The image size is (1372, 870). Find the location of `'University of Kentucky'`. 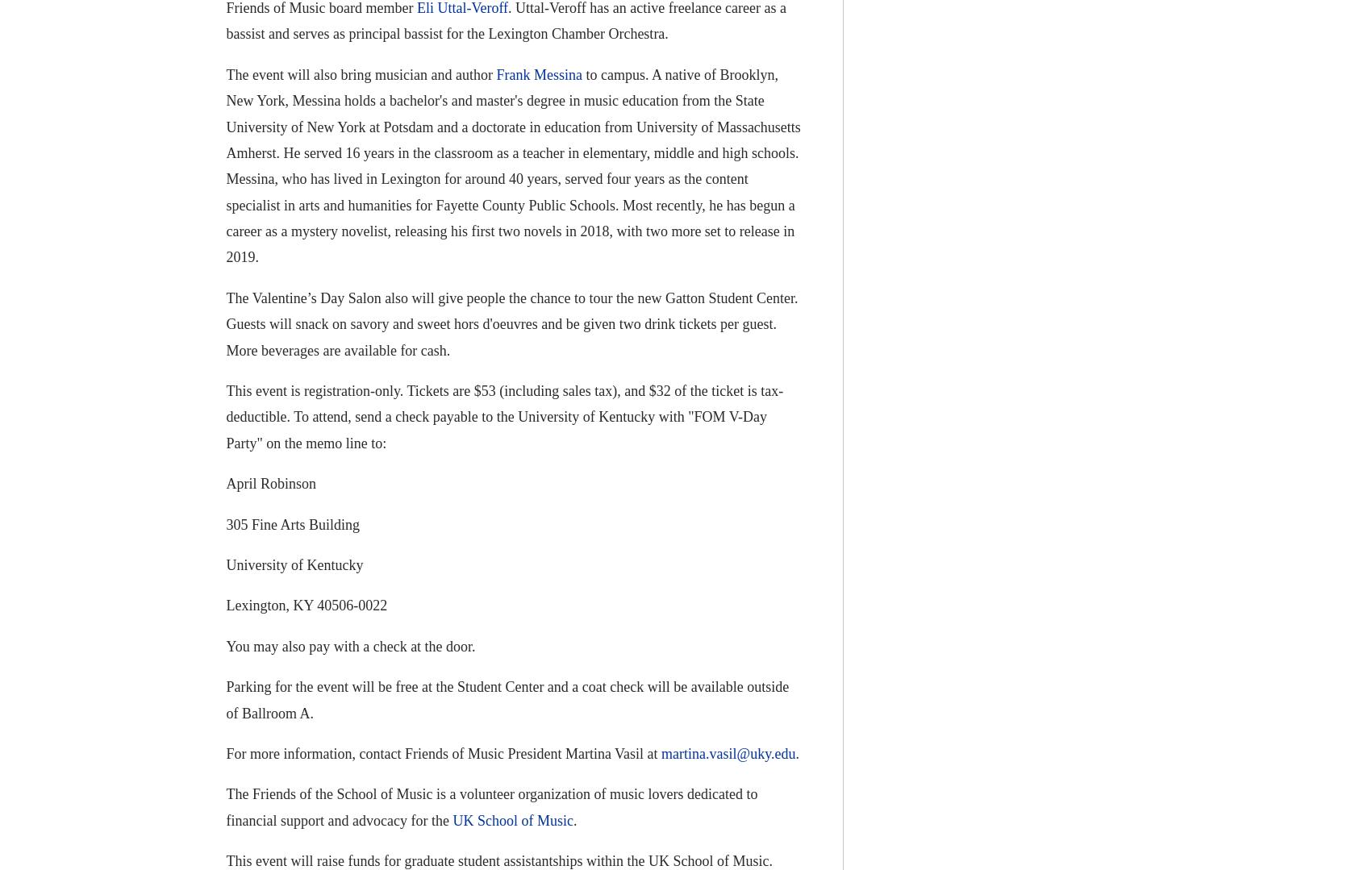

'University of Kentucky' is located at coordinates (225, 564).